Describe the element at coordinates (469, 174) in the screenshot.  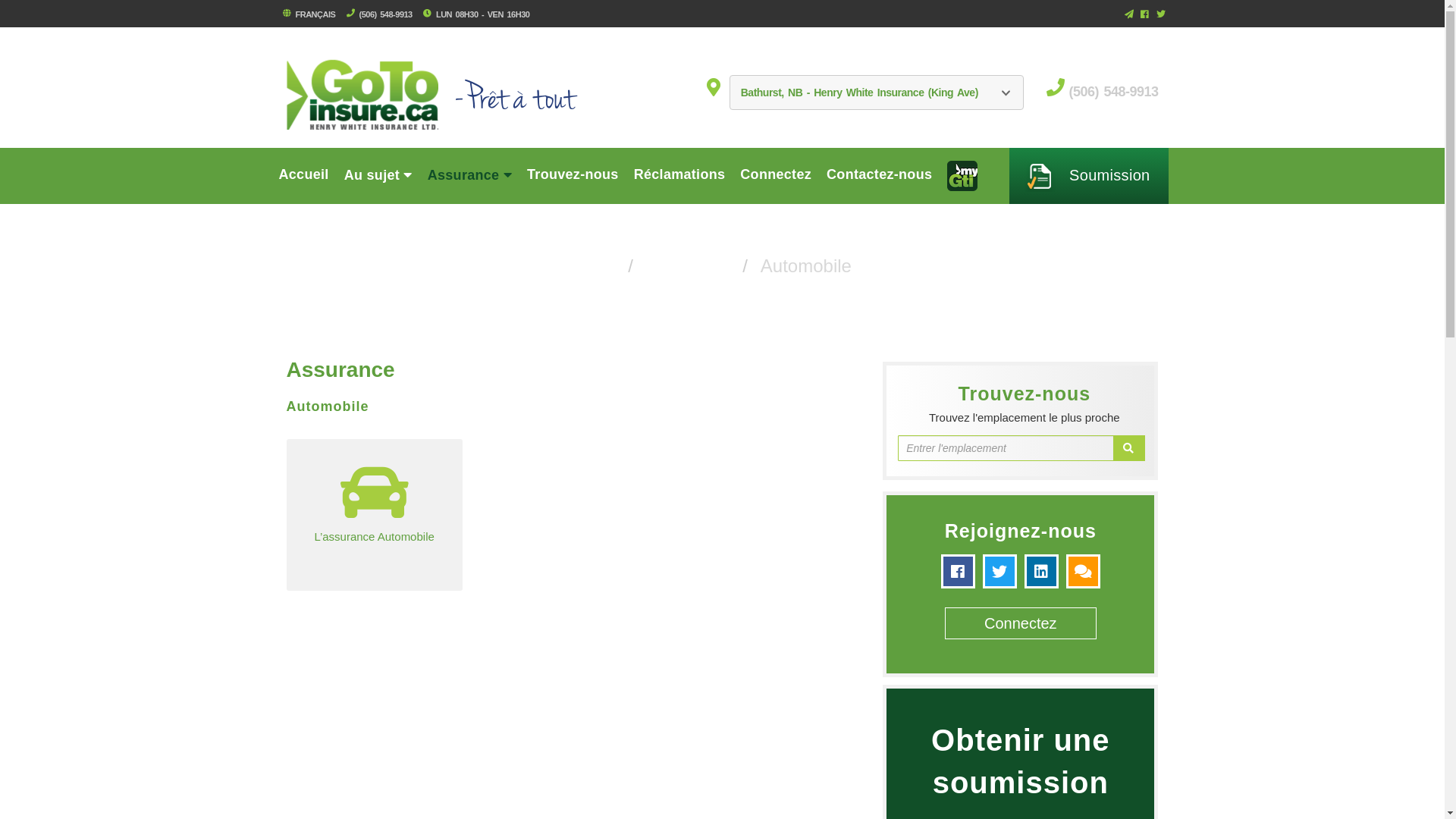
I see `'Assurance'` at that location.